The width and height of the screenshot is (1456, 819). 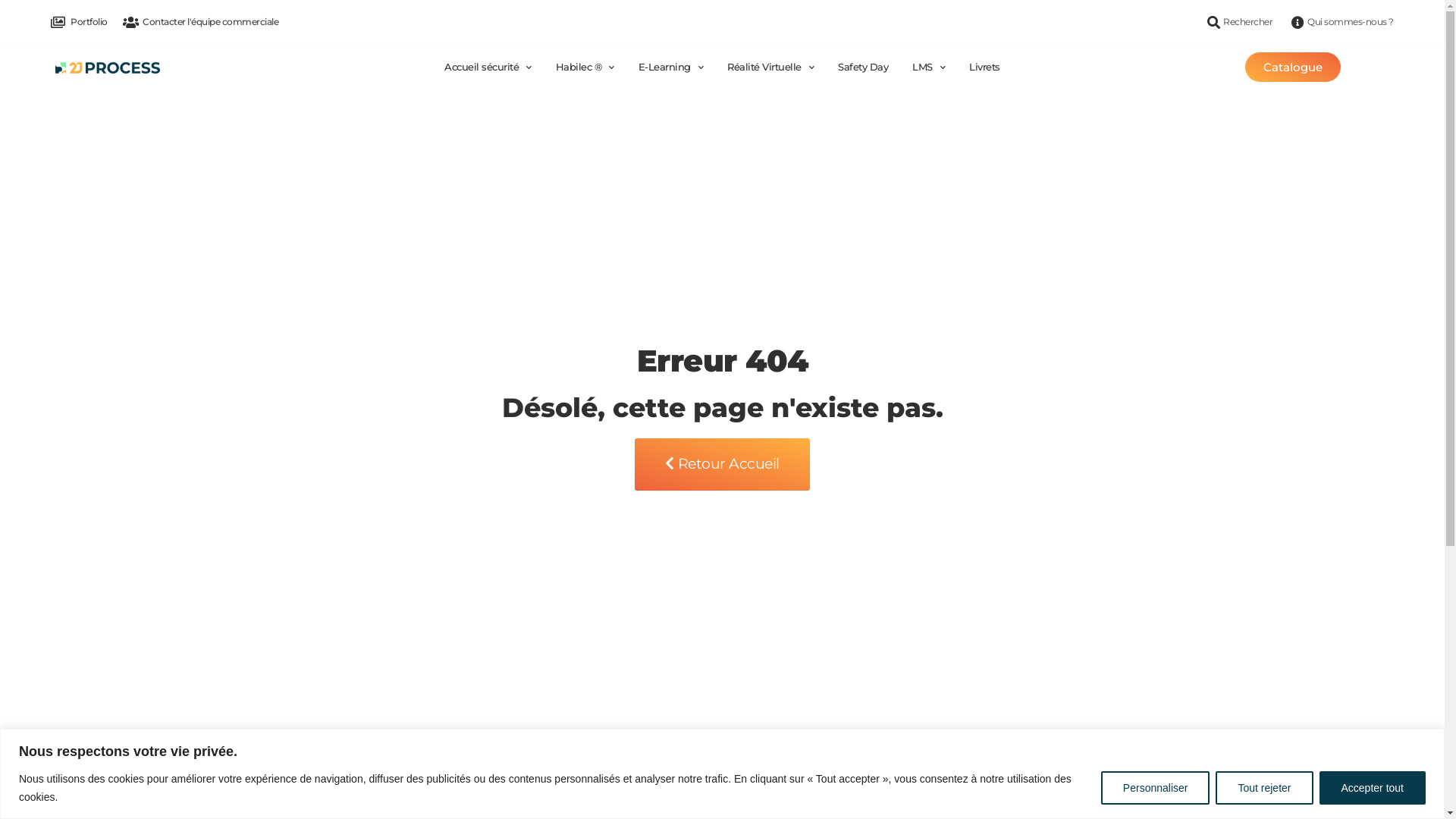 What do you see at coordinates (1238, 22) in the screenshot?
I see `'Rechercher'` at bounding box center [1238, 22].